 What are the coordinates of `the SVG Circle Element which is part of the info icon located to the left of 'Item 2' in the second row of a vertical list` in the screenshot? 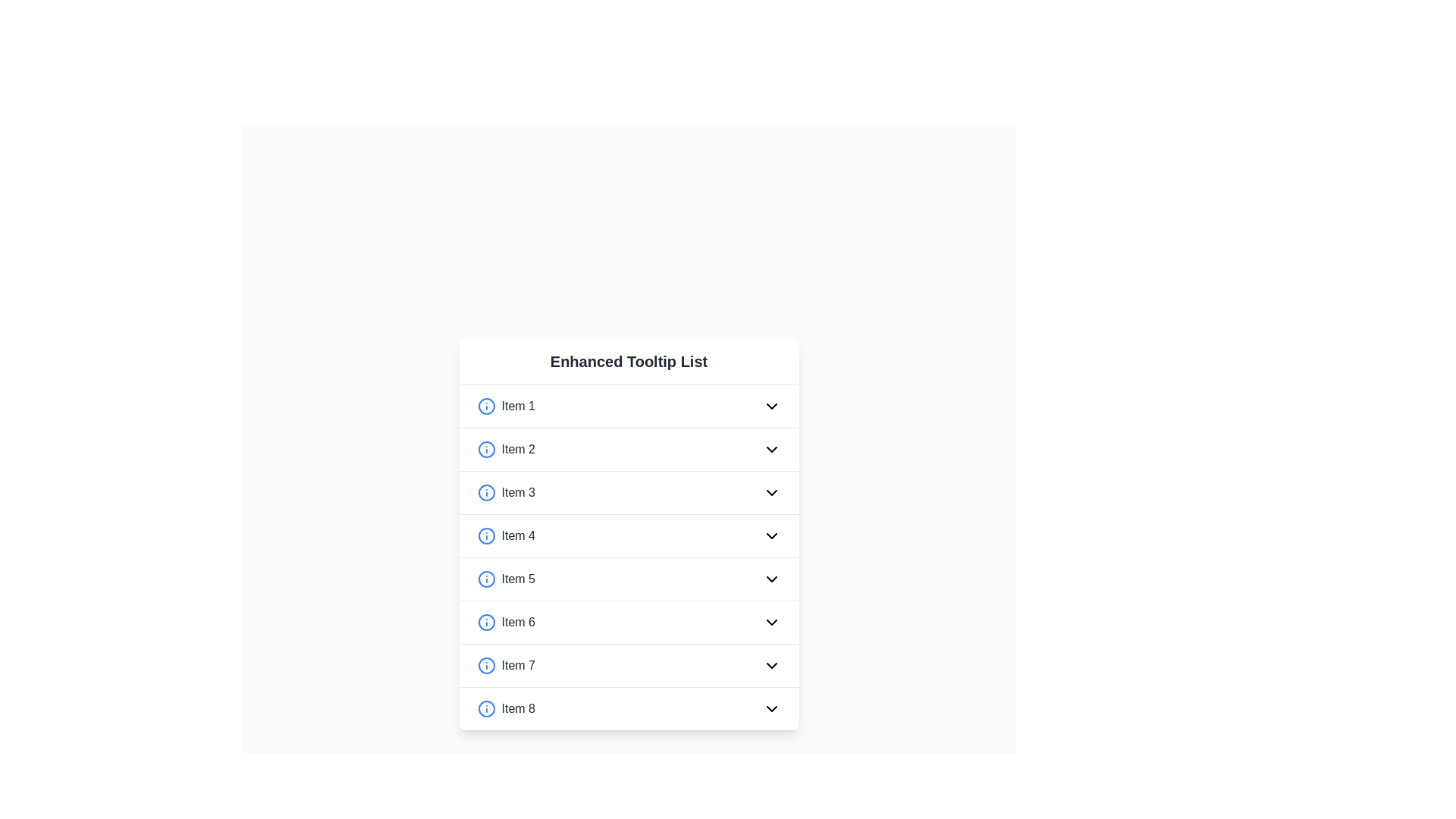 It's located at (486, 449).